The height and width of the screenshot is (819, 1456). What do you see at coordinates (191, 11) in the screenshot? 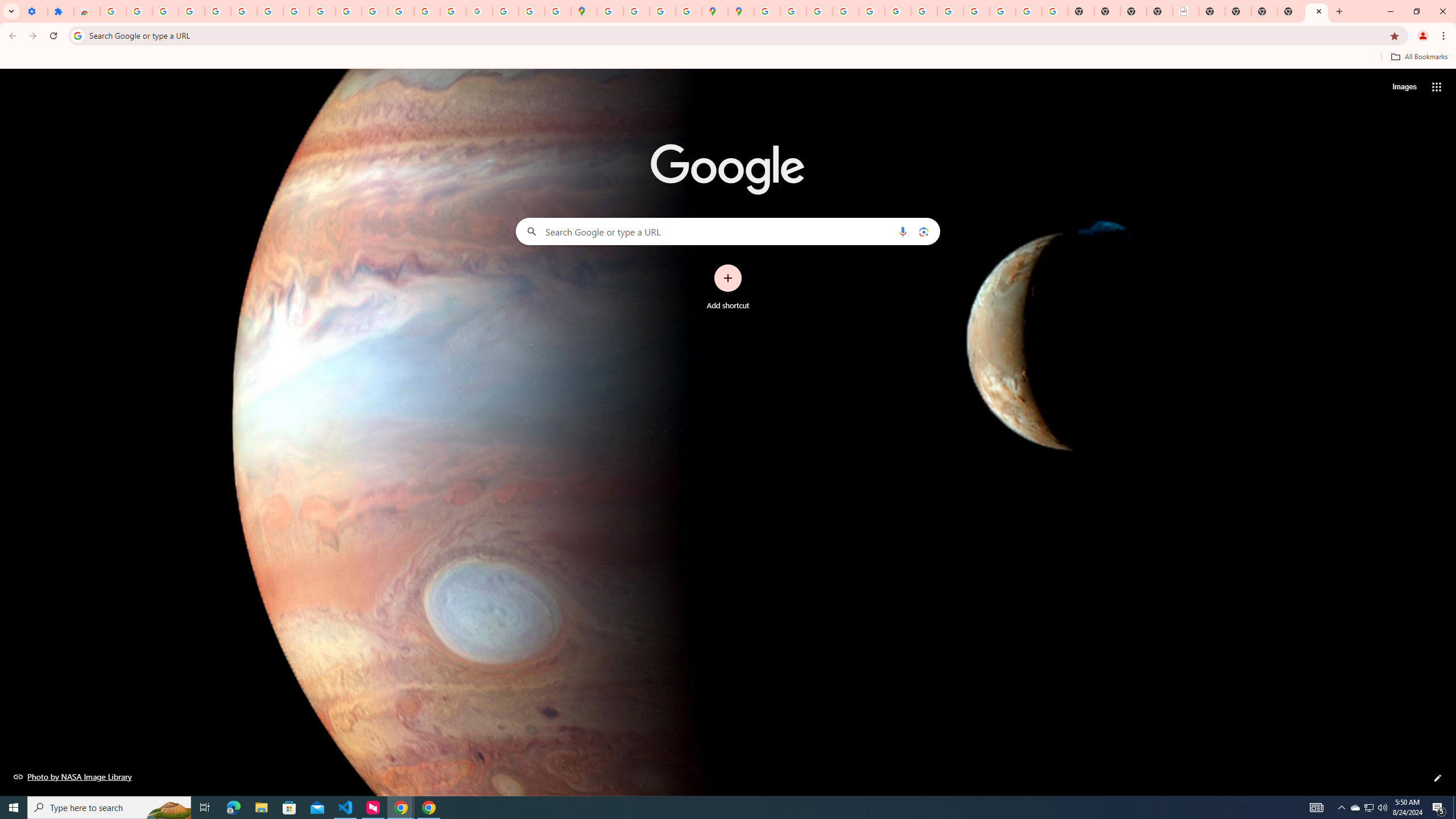
I see `'Learn how to find your photos - Google Photos Help'` at bounding box center [191, 11].